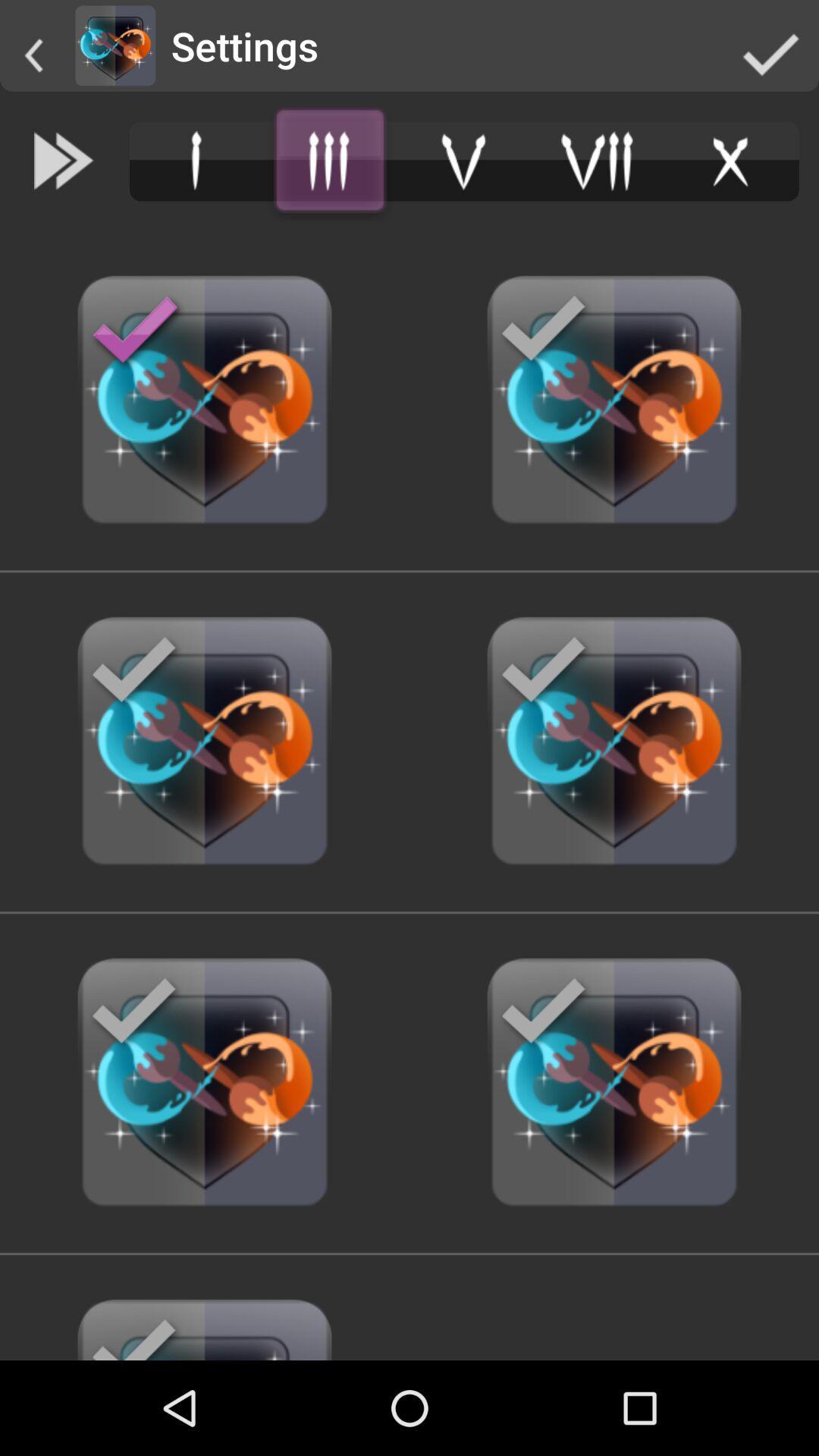 The height and width of the screenshot is (1456, 819). I want to click on the av_forward icon, so click(63, 161).